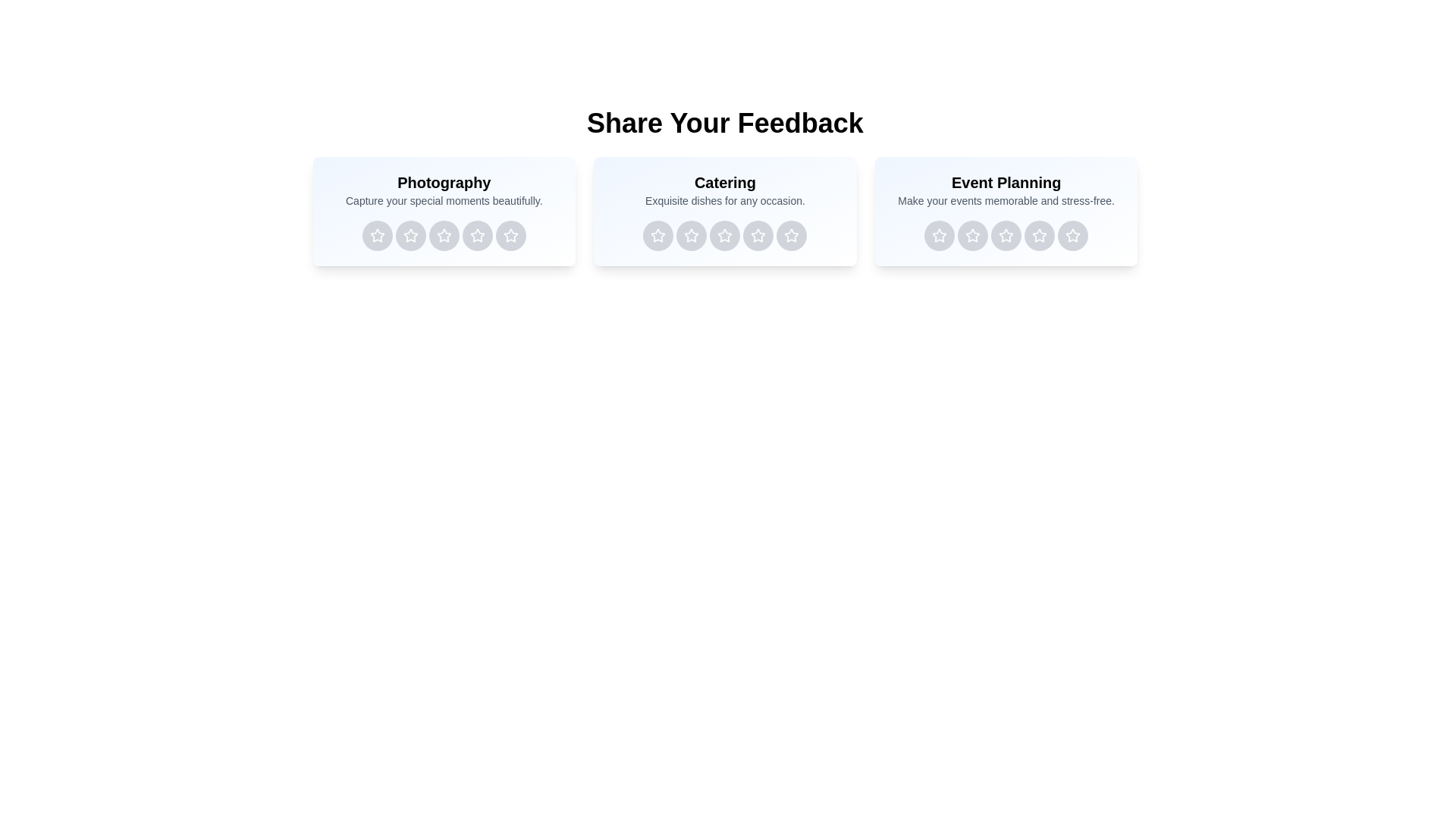 This screenshot has width=1456, height=819. What do you see at coordinates (658, 236) in the screenshot?
I see `the rating button for Catering service with 1 stars` at bounding box center [658, 236].